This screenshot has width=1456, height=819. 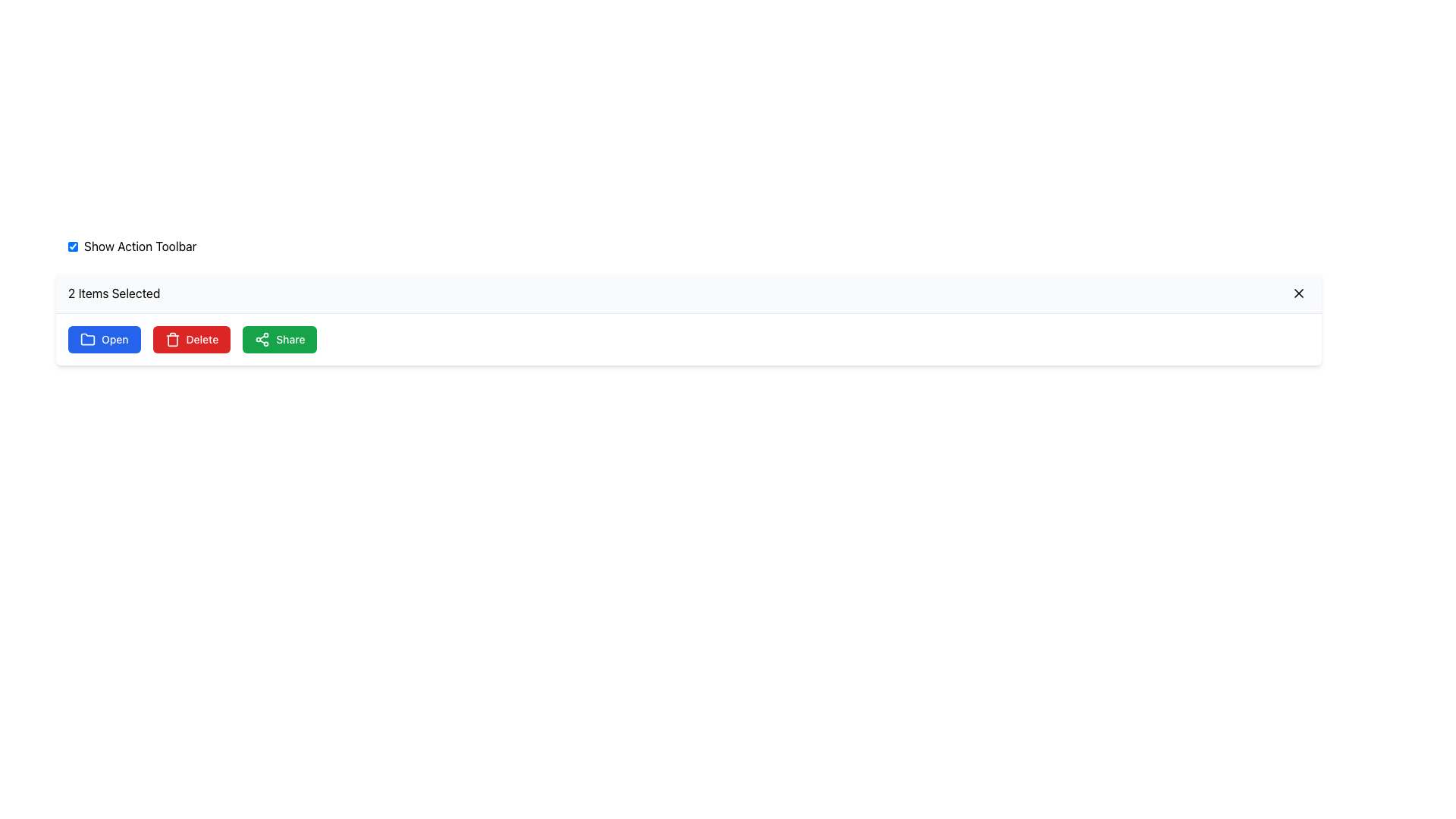 What do you see at coordinates (262, 338) in the screenshot?
I see `the share icon located inside the green 'Share' button` at bounding box center [262, 338].